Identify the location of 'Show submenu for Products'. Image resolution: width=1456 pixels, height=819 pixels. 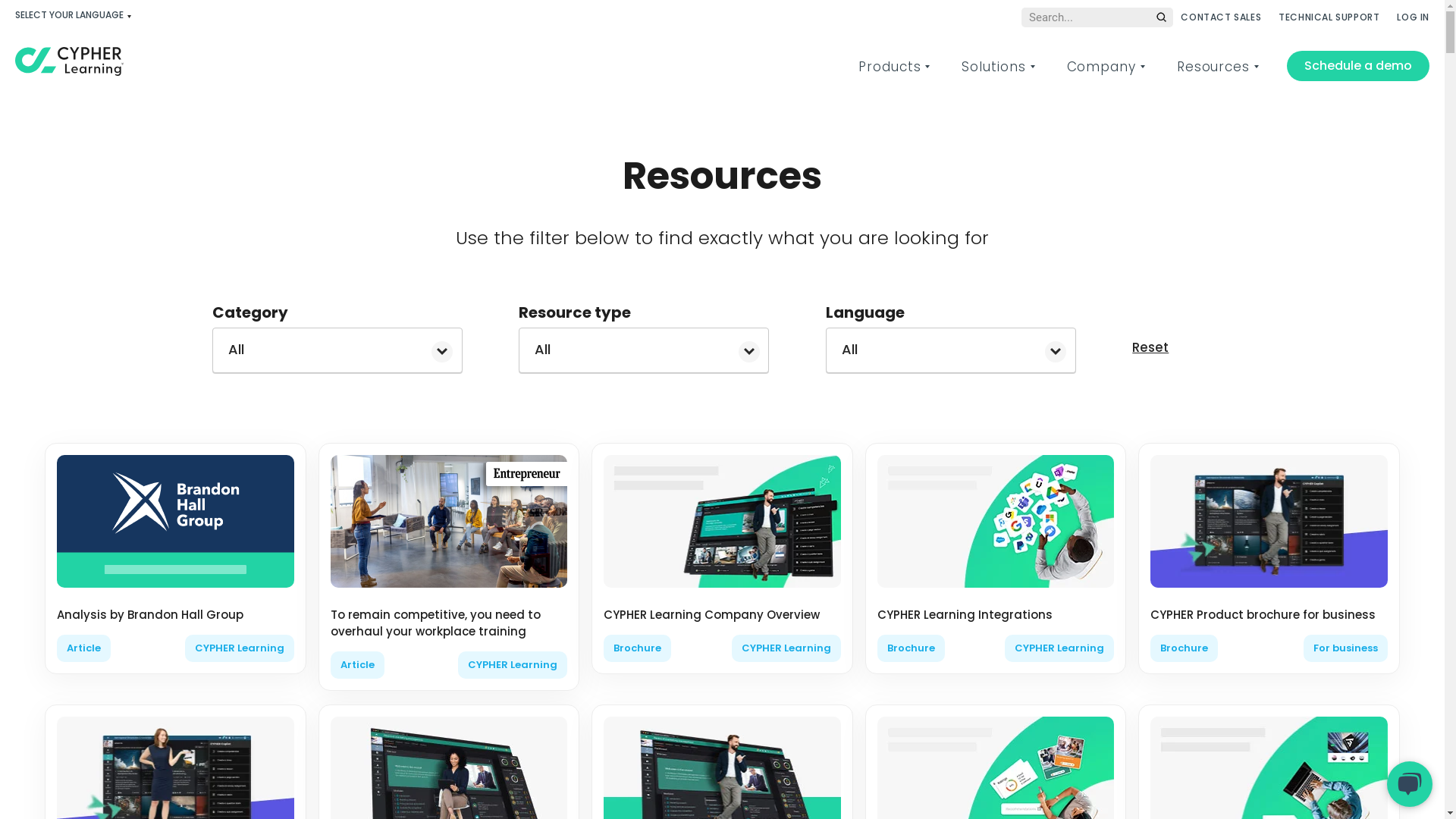
(926, 66).